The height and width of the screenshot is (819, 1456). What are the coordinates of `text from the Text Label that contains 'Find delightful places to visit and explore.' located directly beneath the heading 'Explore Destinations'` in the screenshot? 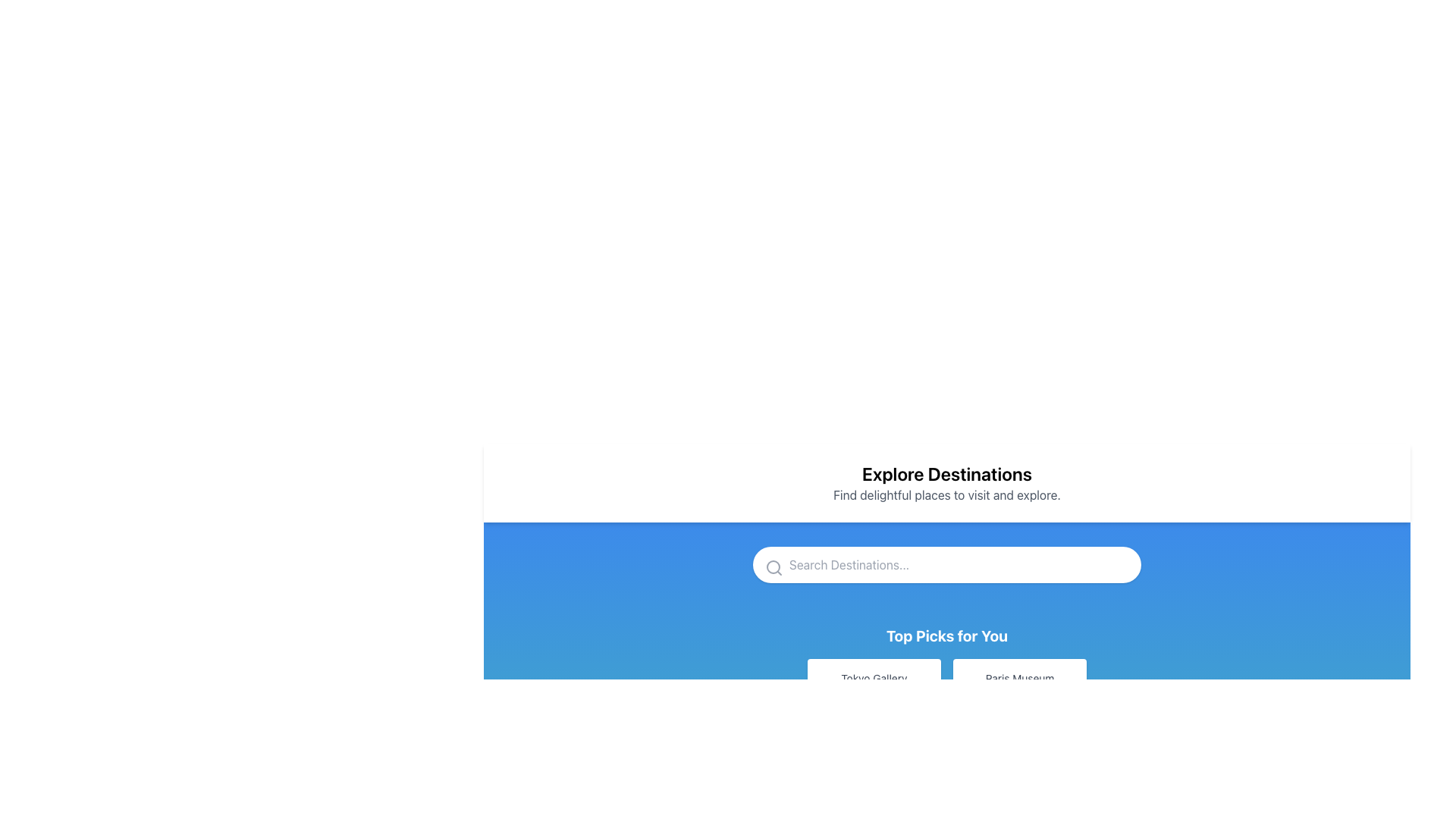 It's located at (946, 494).